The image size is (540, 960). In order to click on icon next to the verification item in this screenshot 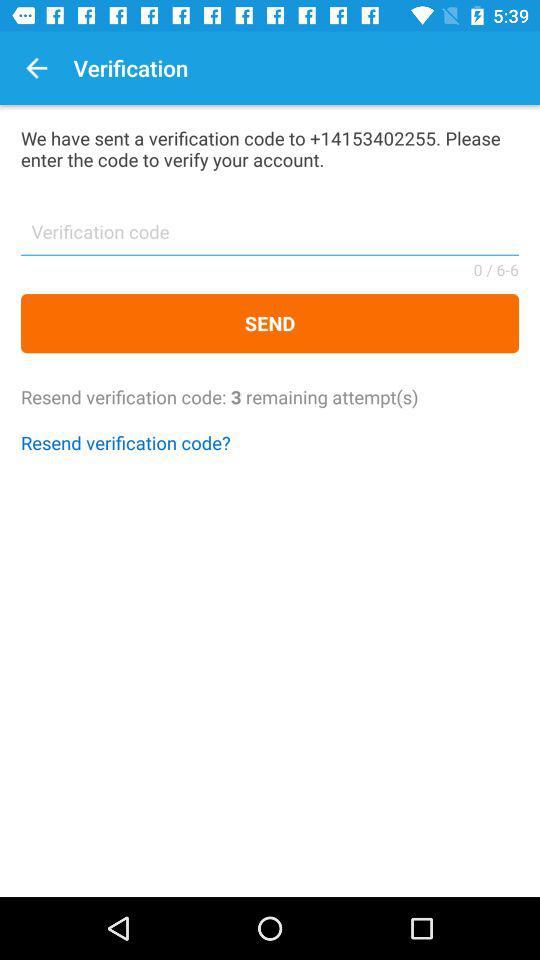, I will do `click(36, 68)`.